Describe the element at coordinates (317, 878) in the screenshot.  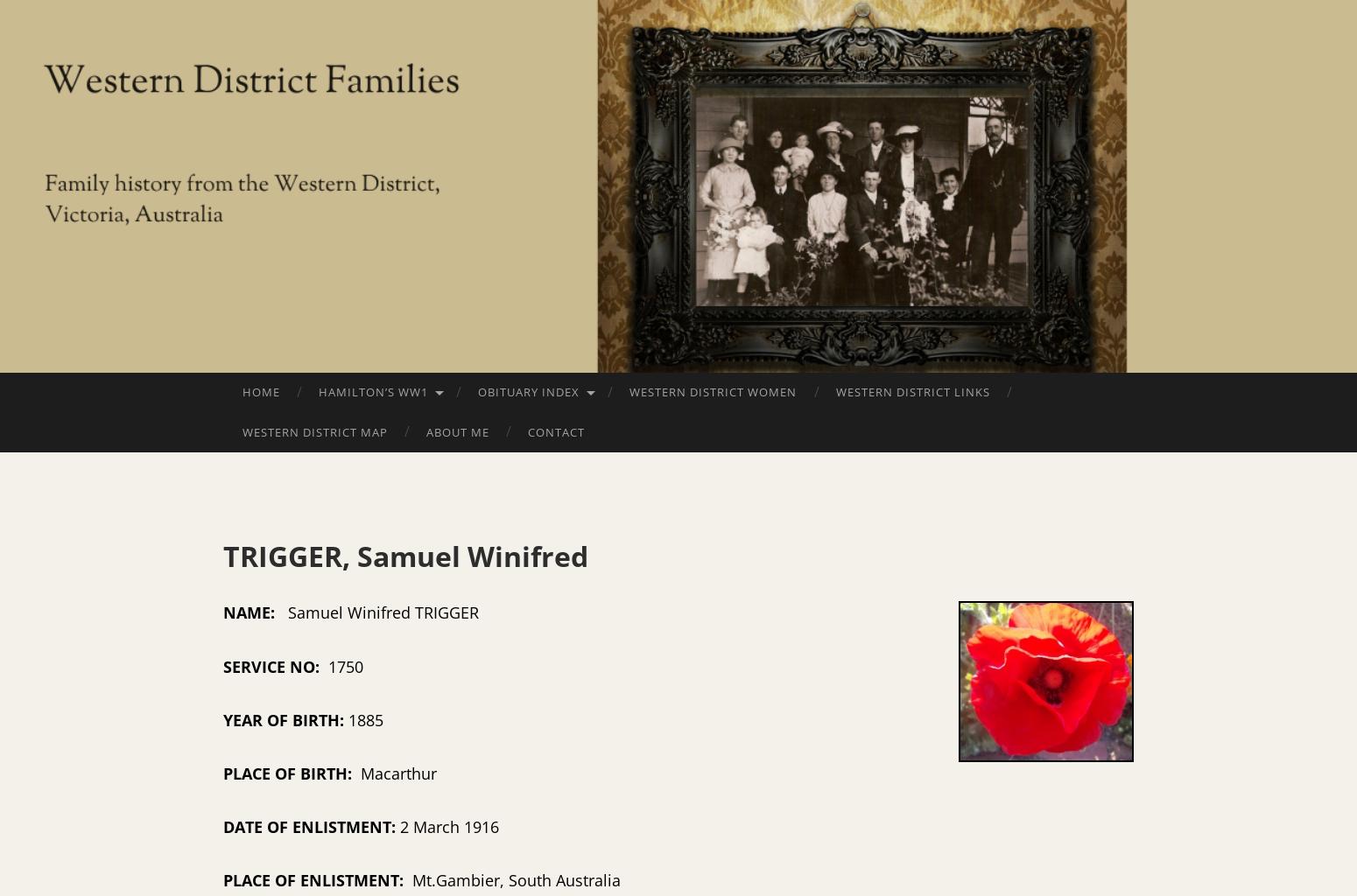
I see `'PLACE OF ENLISTMENT:'` at that location.